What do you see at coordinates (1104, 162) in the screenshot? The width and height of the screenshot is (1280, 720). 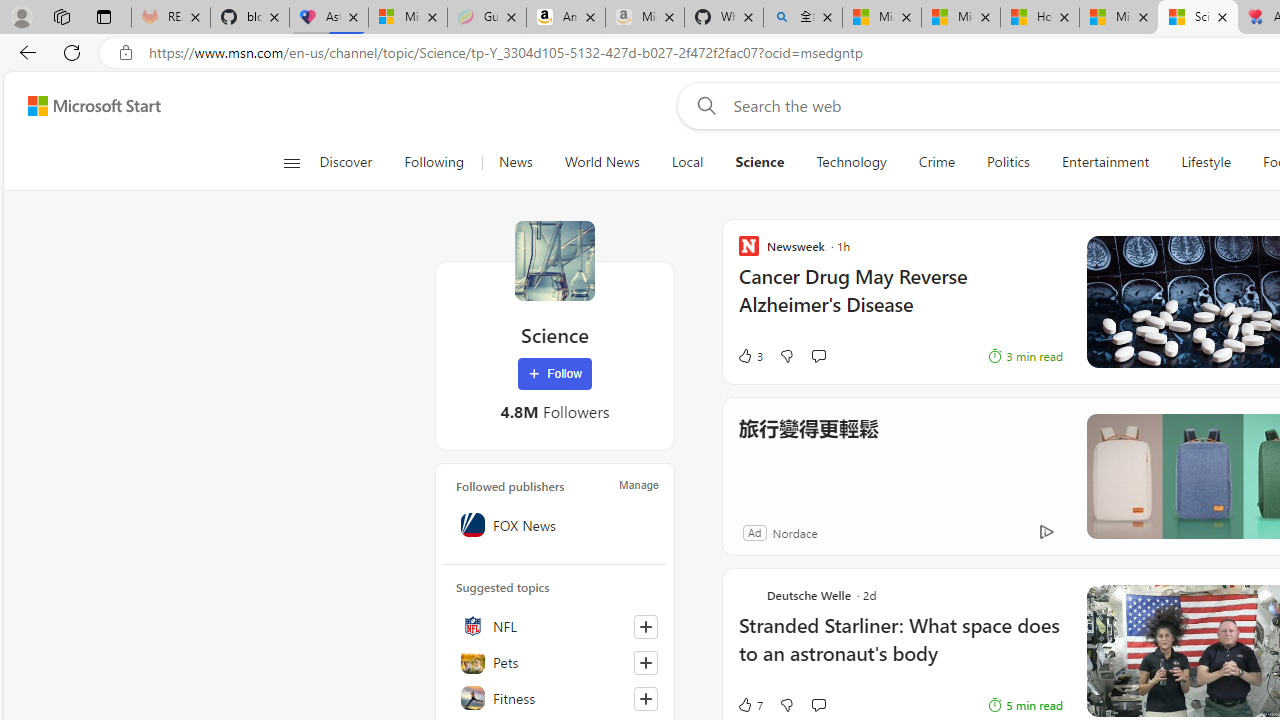 I see `'Entertainment'` at bounding box center [1104, 162].